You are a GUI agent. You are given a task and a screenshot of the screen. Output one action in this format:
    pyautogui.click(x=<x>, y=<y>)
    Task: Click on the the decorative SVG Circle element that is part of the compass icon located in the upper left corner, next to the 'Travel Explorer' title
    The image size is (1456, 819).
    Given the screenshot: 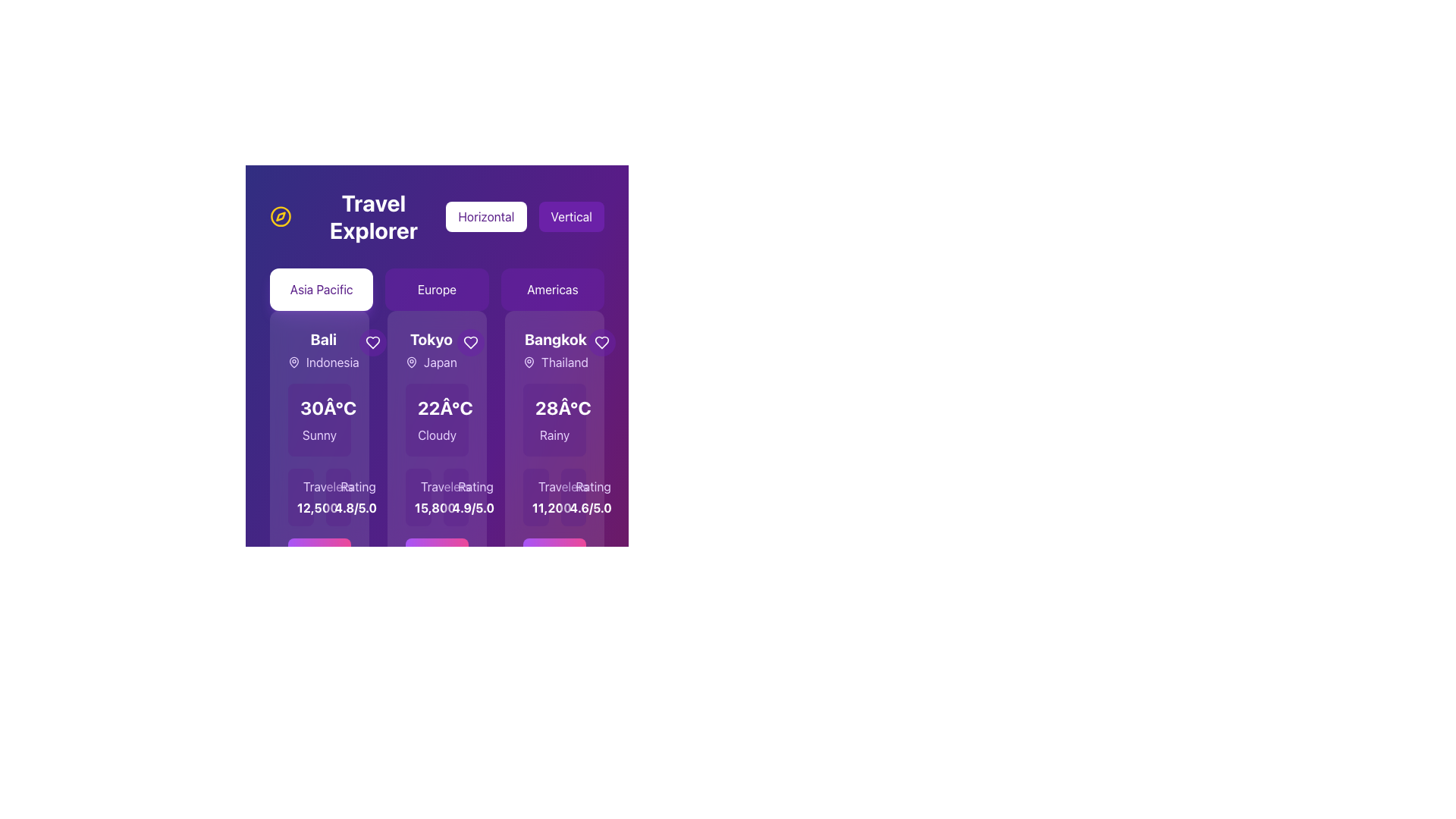 What is the action you would take?
    pyautogui.click(x=281, y=216)
    